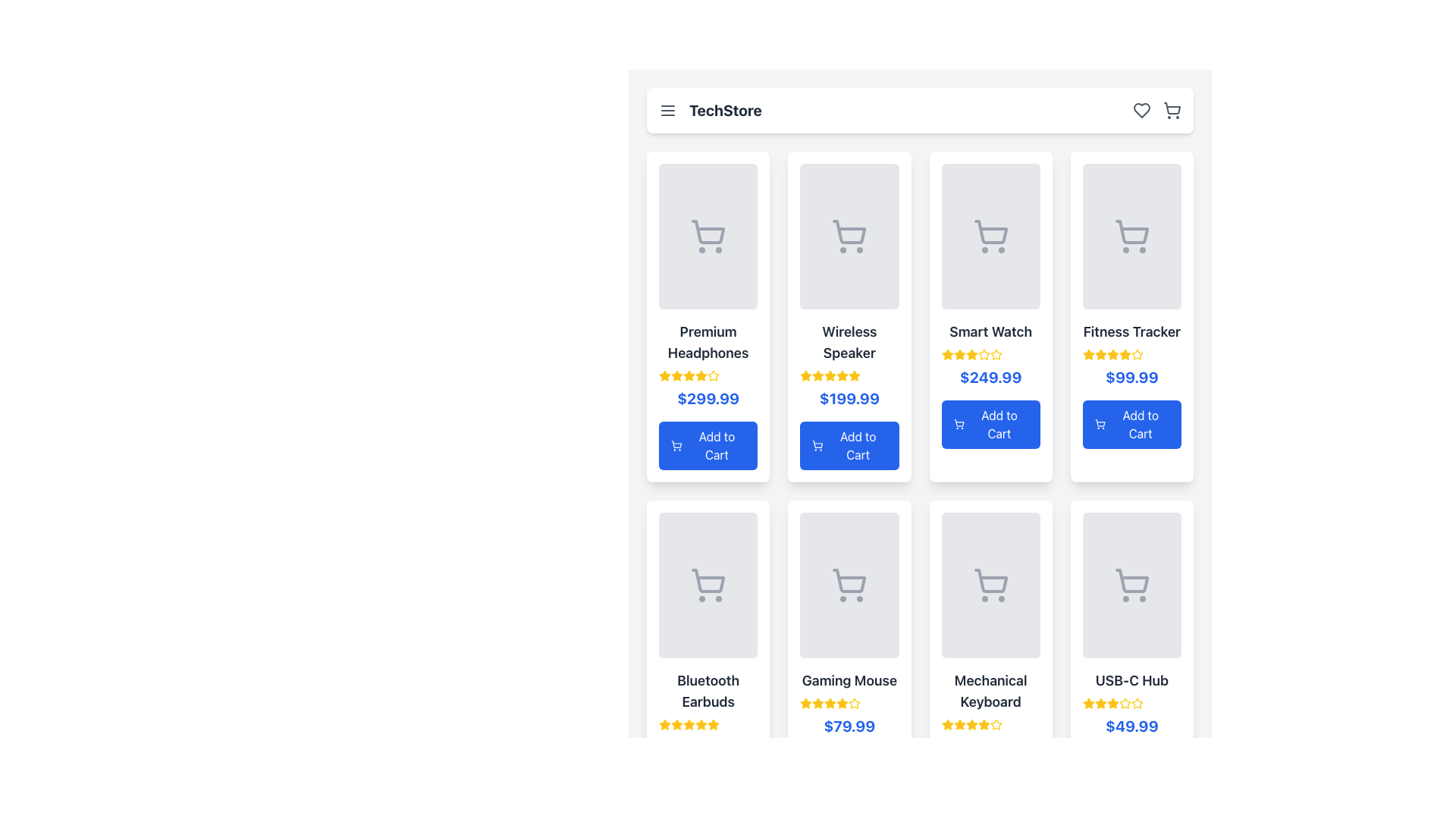 The image size is (1456, 819). What do you see at coordinates (1100, 354) in the screenshot?
I see `the second star icon in the rating section of the 'Fitness Tracker' card, which is styled with a yellow fill` at bounding box center [1100, 354].